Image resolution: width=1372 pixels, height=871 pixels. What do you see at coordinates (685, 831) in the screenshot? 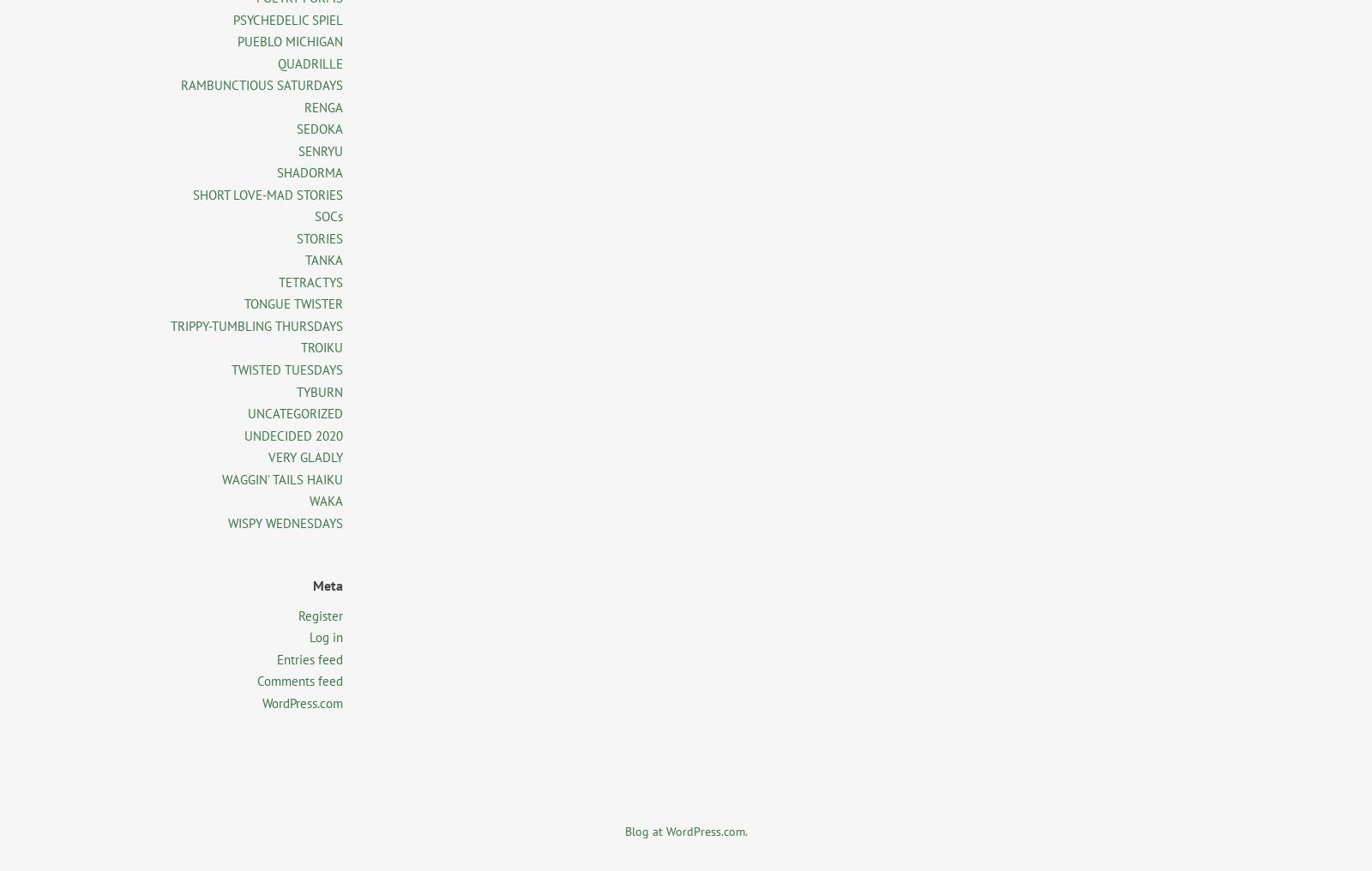
I see `'Blog at WordPress.com.'` at bounding box center [685, 831].